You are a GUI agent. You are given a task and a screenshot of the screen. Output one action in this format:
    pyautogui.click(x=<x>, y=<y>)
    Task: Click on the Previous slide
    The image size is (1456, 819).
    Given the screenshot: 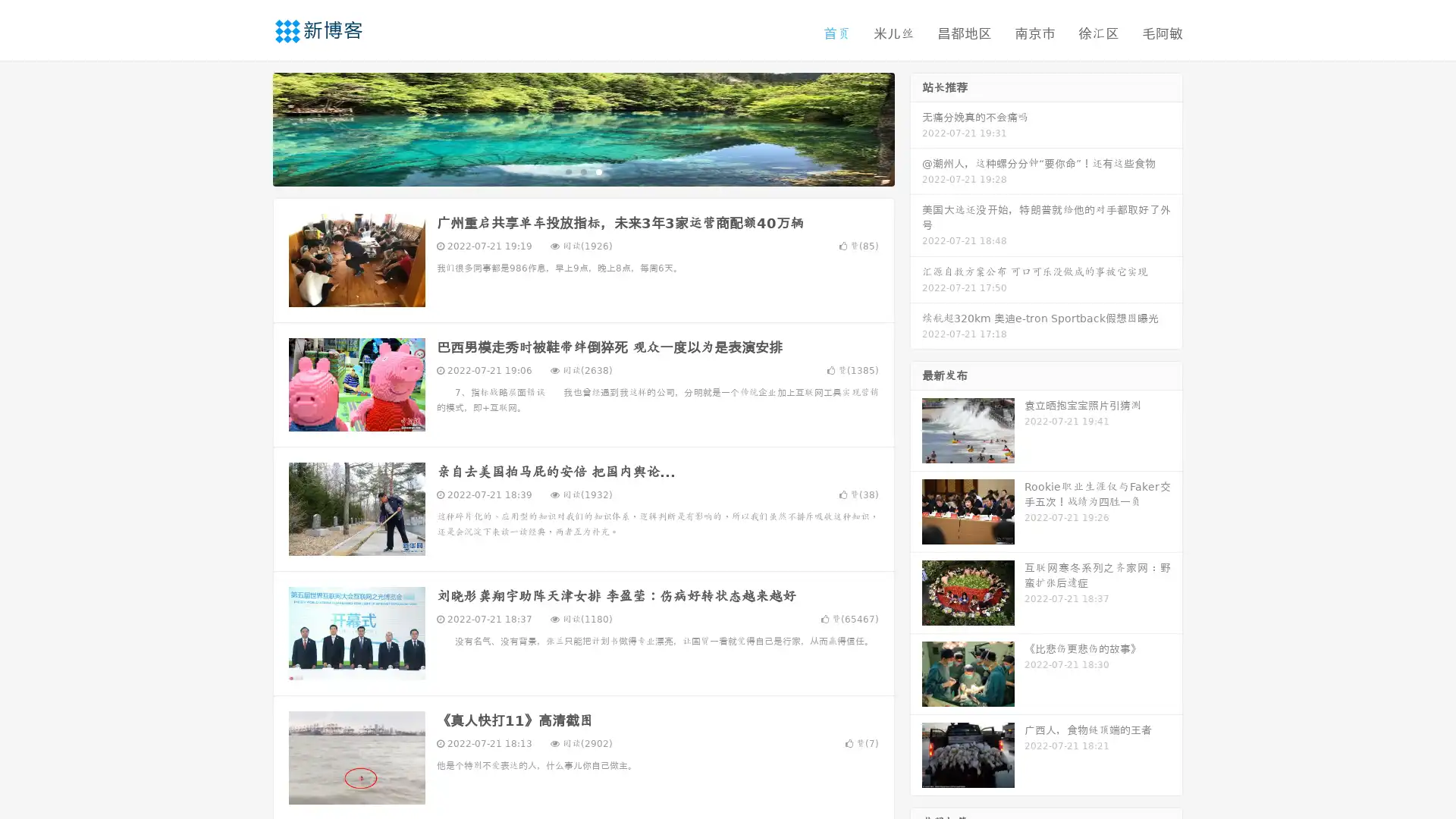 What is the action you would take?
    pyautogui.click(x=250, y=127)
    